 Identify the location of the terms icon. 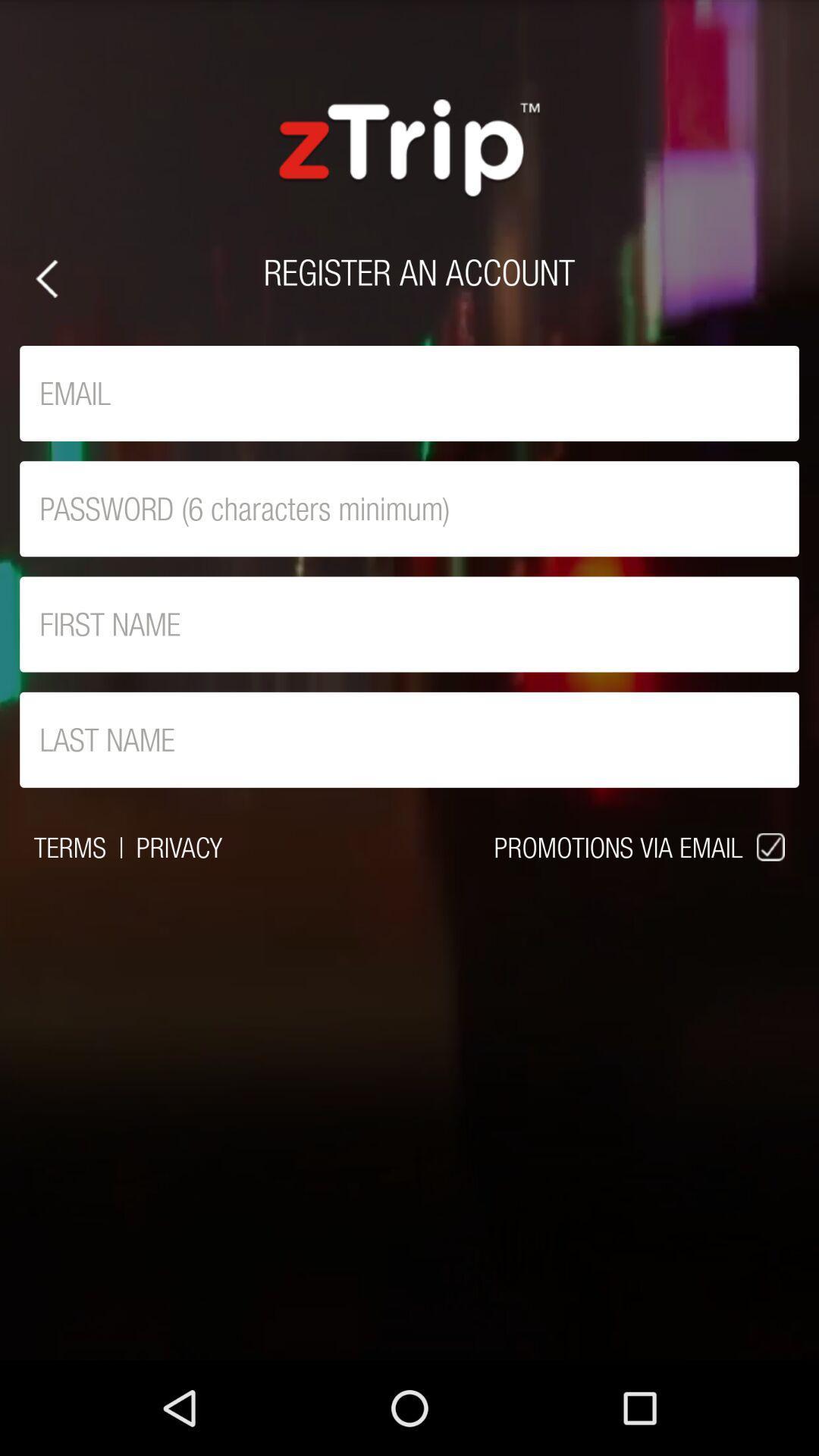
(70, 846).